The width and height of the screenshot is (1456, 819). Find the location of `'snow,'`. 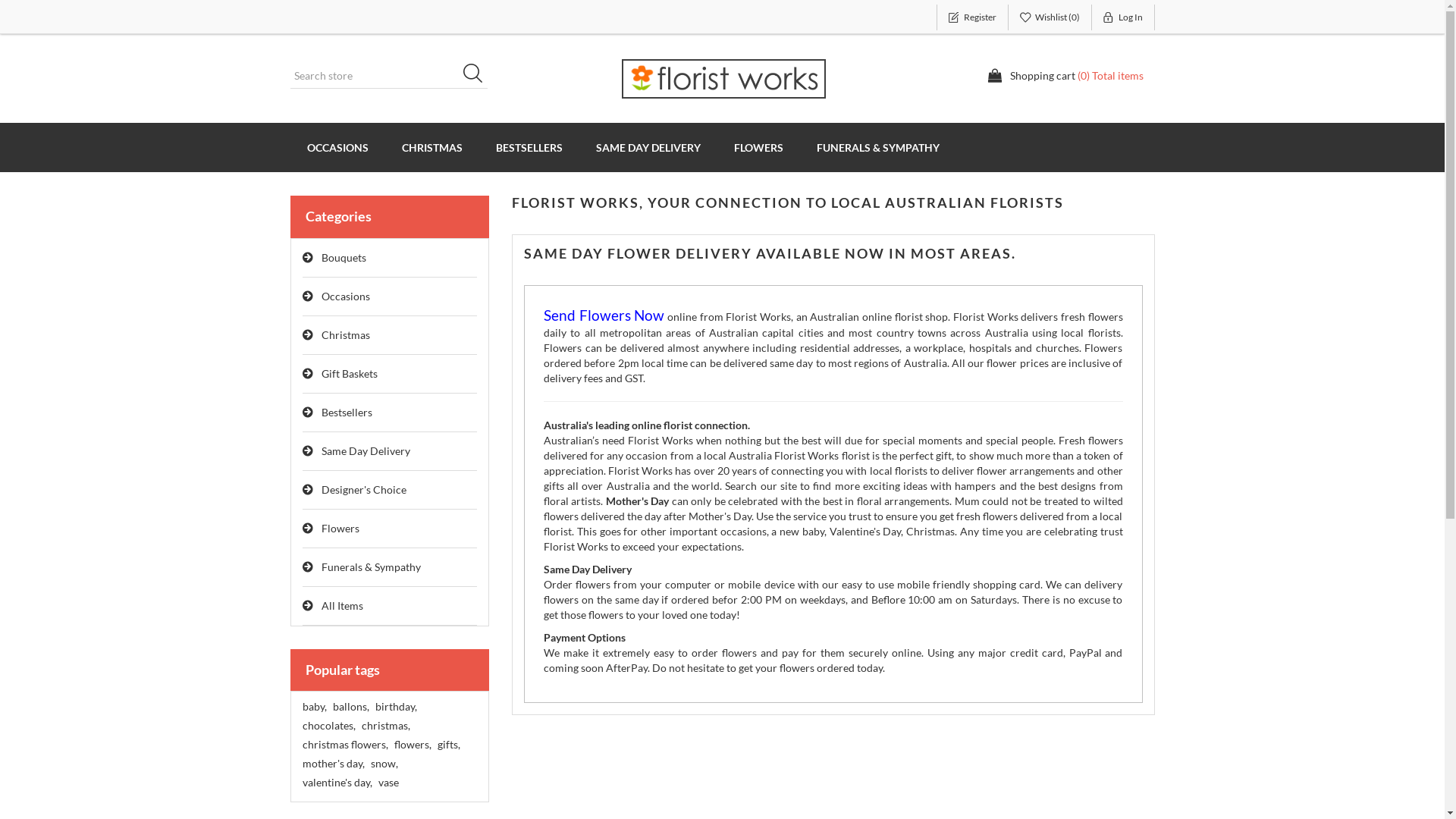

'snow,' is located at coordinates (383, 763).